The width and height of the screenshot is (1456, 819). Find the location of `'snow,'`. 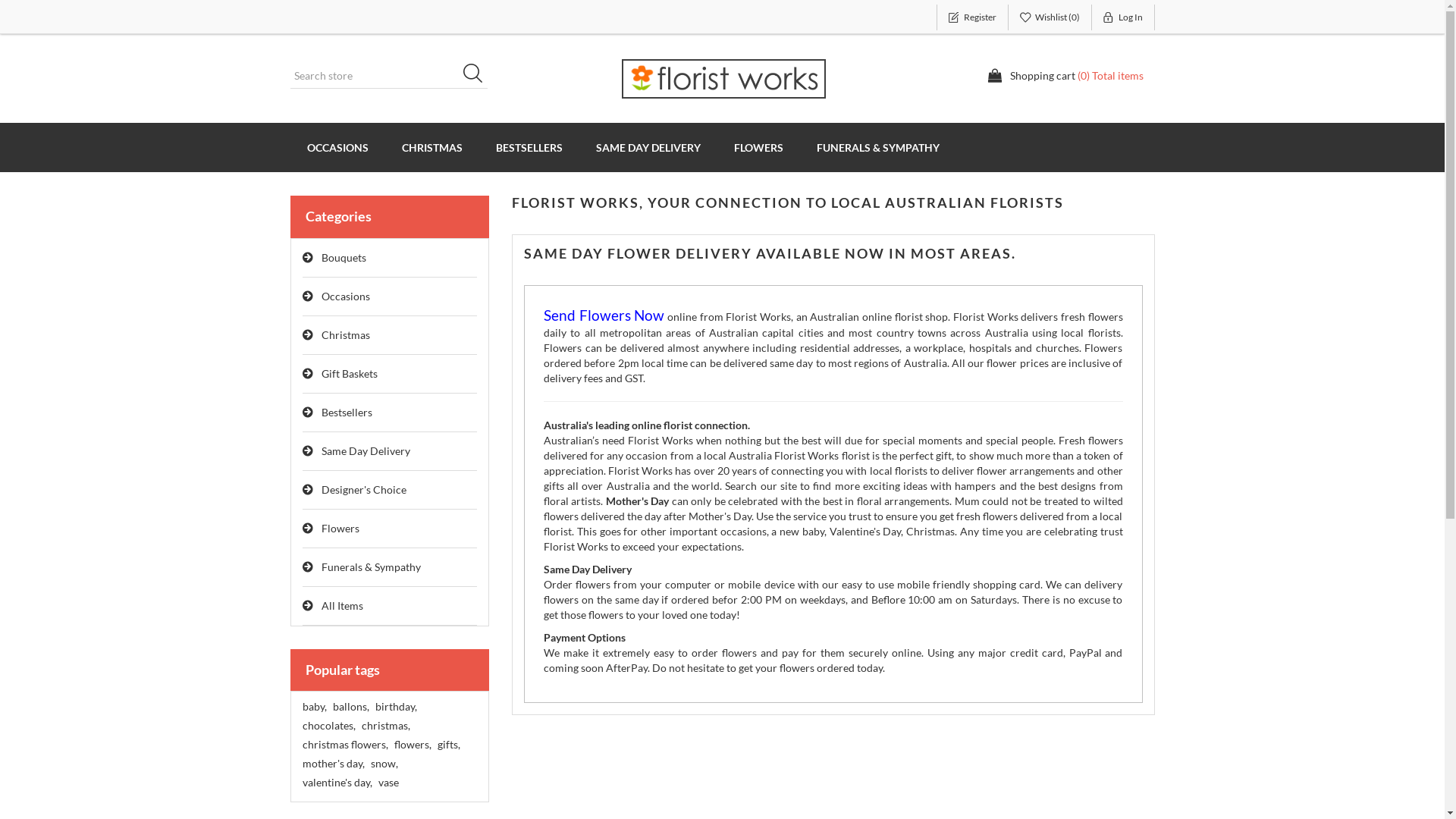

'snow,' is located at coordinates (383, 763).